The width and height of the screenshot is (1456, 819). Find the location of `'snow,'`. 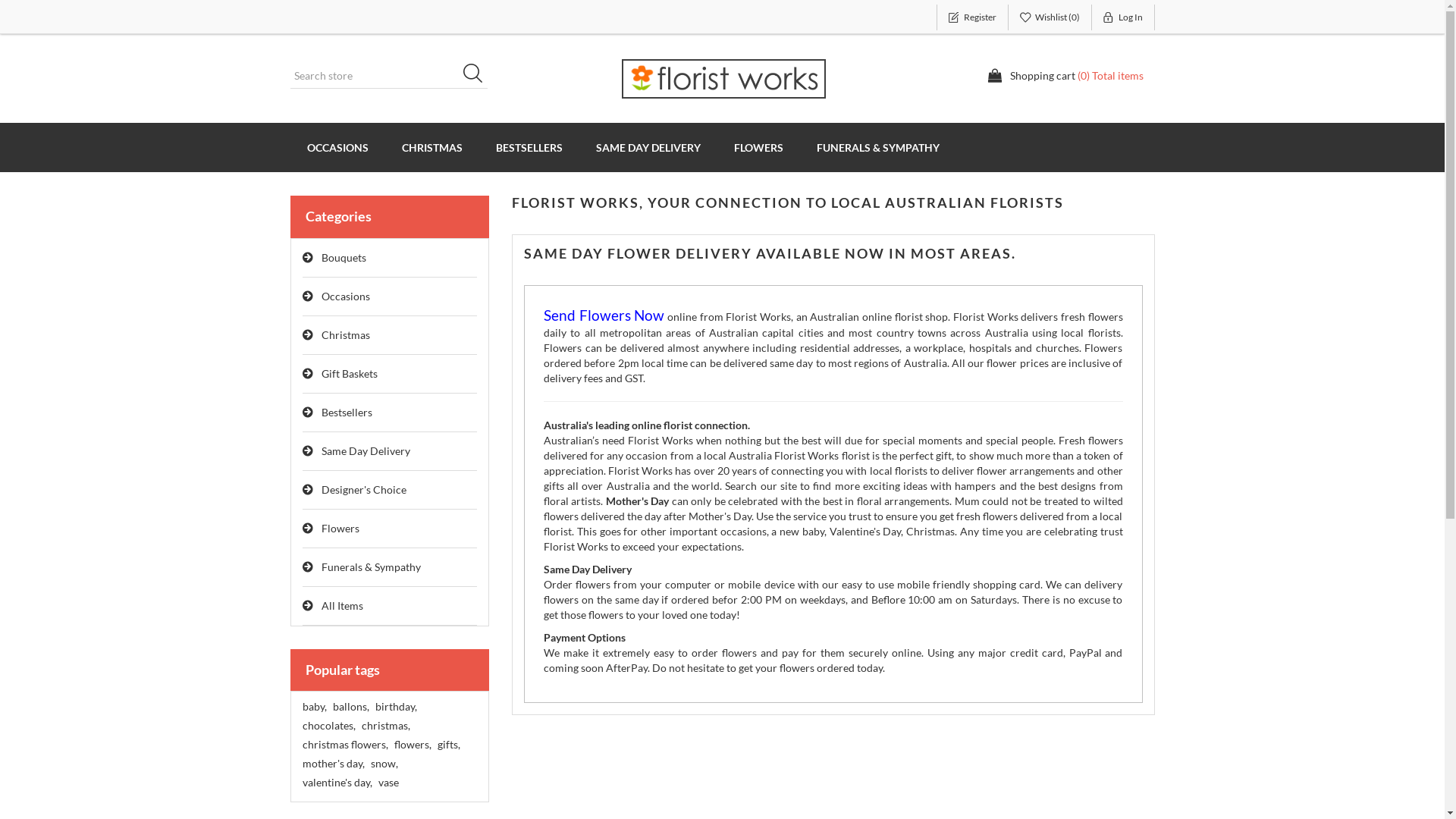

'snow,' is located at coordinates (383, 763).